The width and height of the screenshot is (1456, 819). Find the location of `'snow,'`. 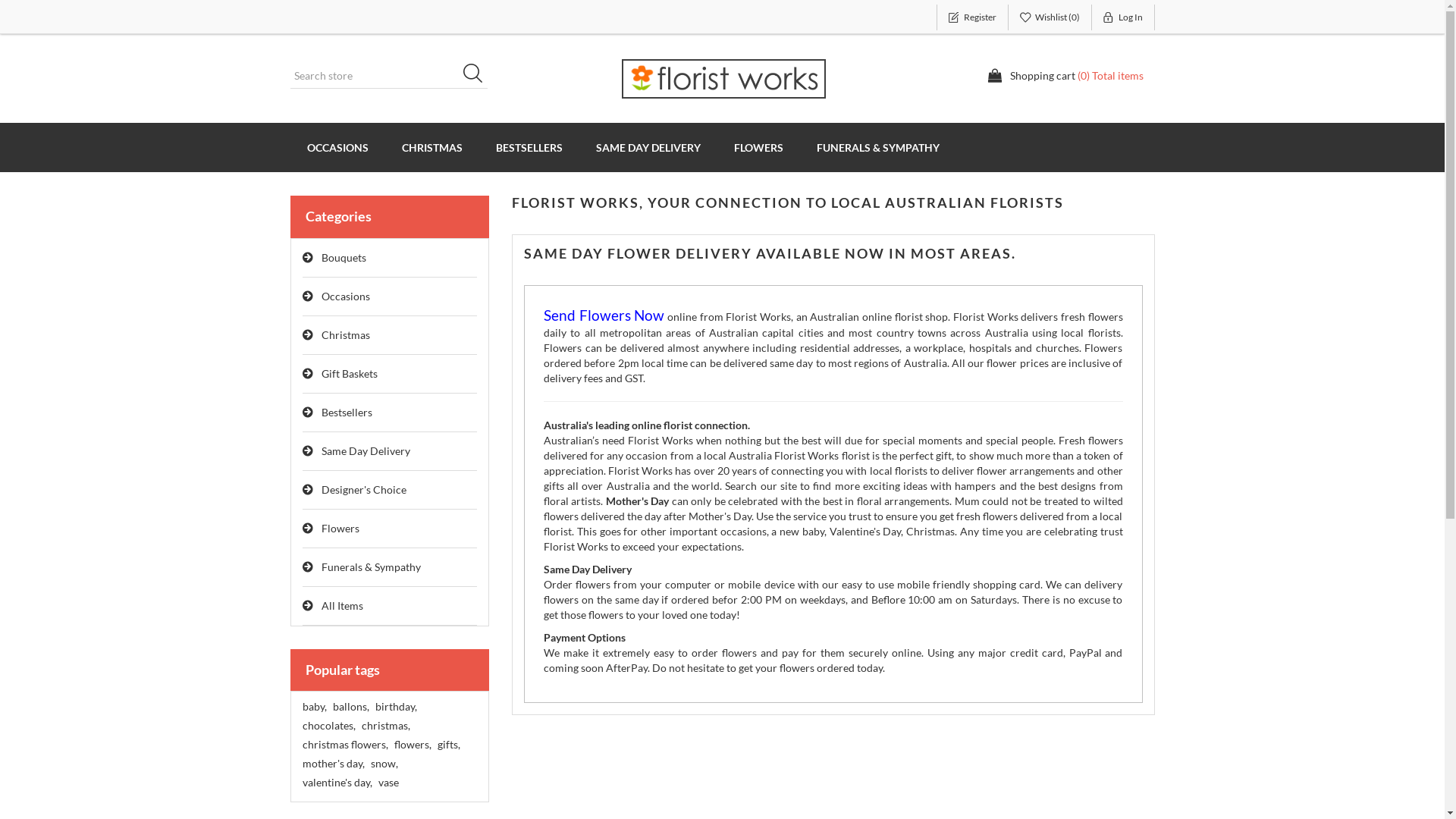

'snow,' is located at coordinates (383, 763).